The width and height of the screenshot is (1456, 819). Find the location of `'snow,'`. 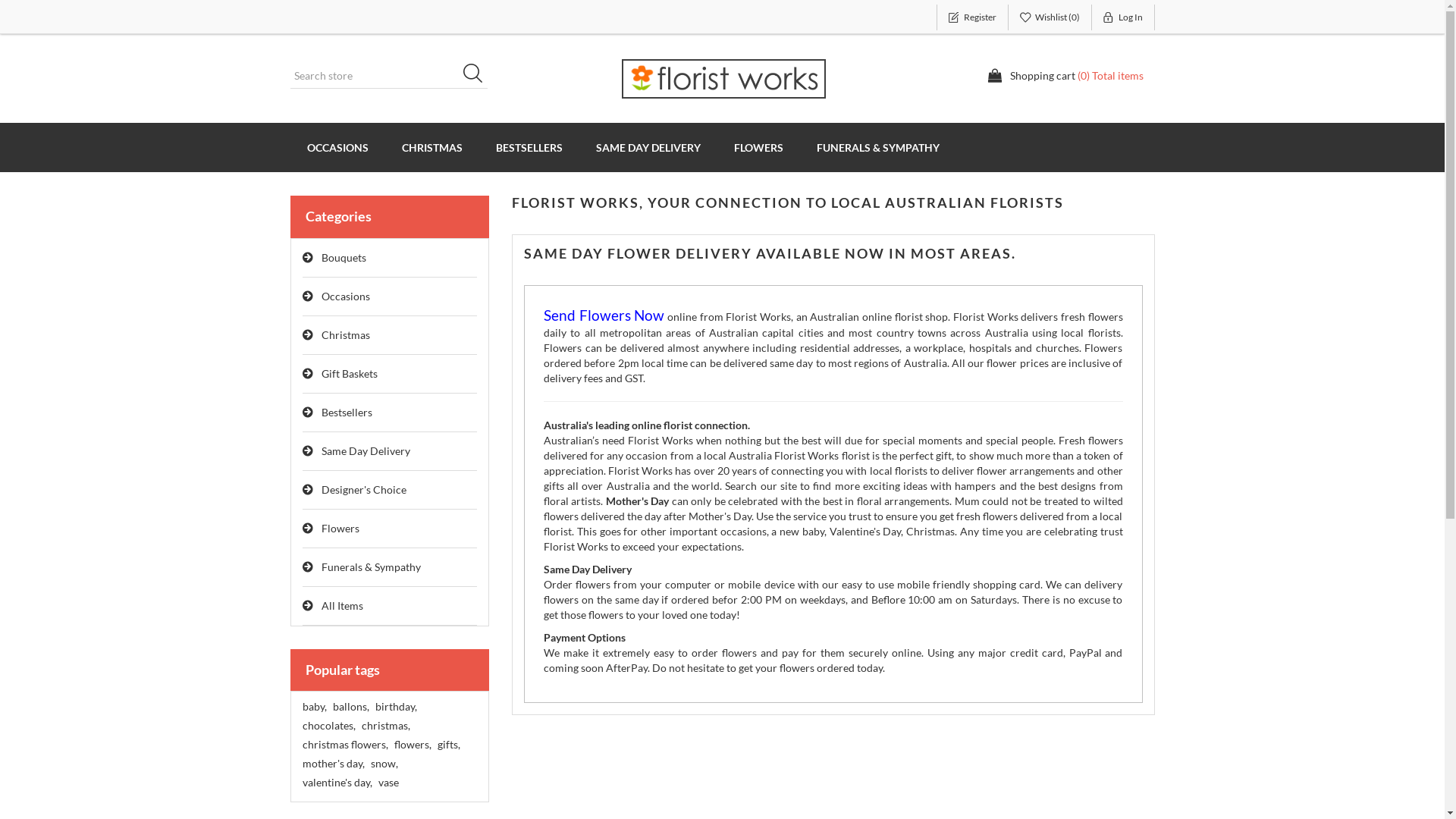

'snow,' is located at coordinates (383, 763).